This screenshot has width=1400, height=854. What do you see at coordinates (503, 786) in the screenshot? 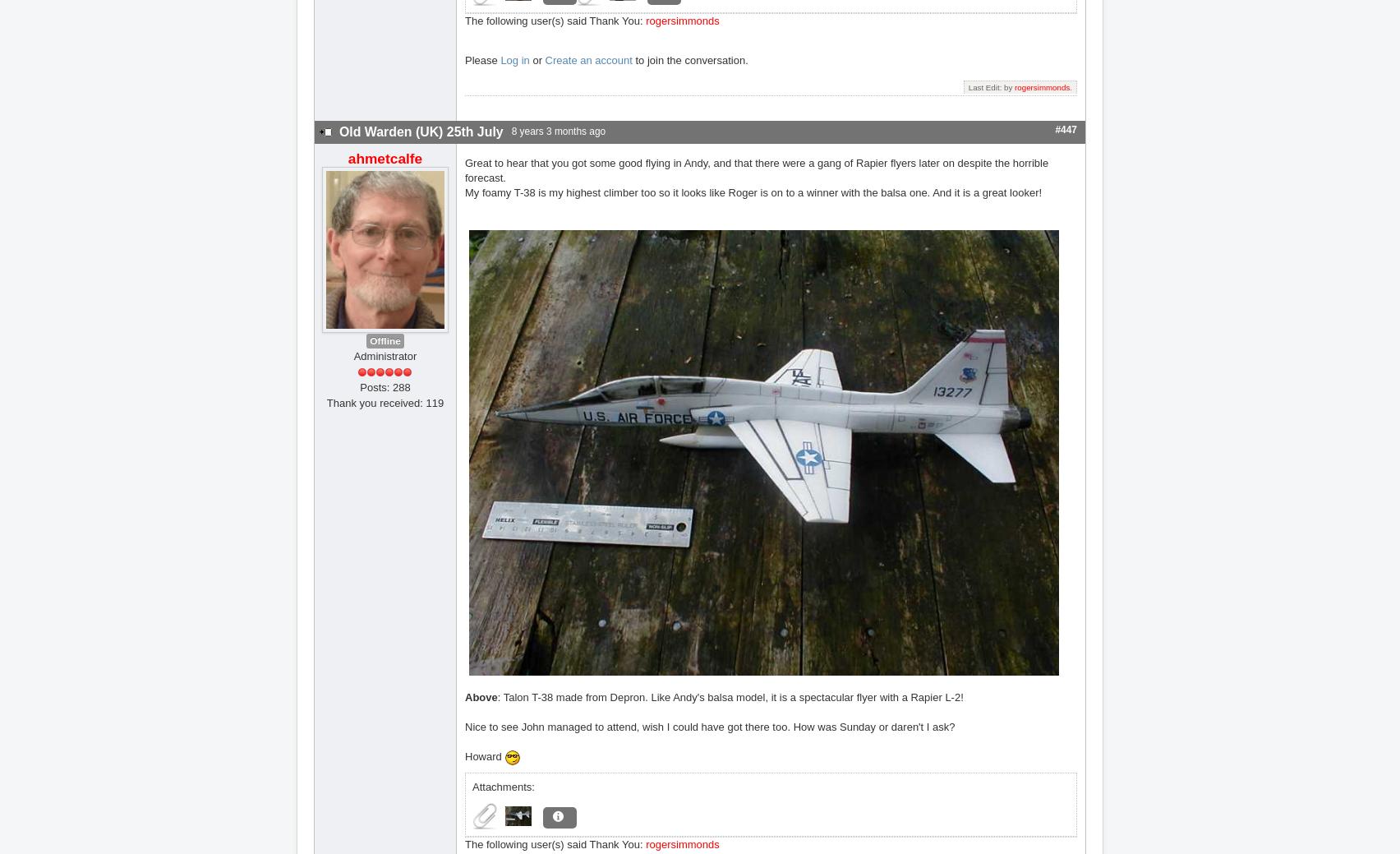
I see `'Attachments:'` at bounding box center [503, 786].